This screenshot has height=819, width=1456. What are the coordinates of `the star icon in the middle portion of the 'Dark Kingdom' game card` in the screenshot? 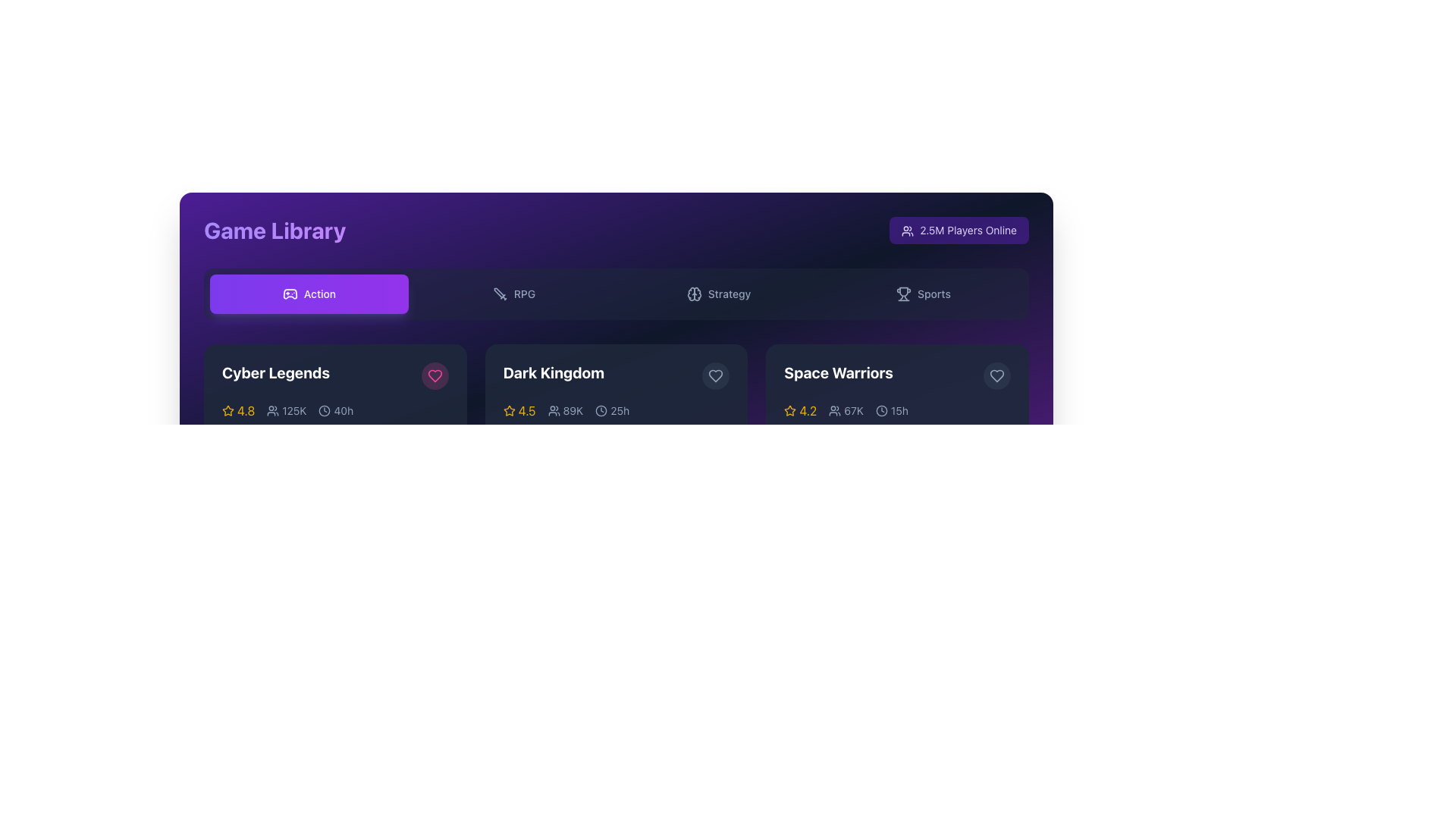 It's located at (509, 410).